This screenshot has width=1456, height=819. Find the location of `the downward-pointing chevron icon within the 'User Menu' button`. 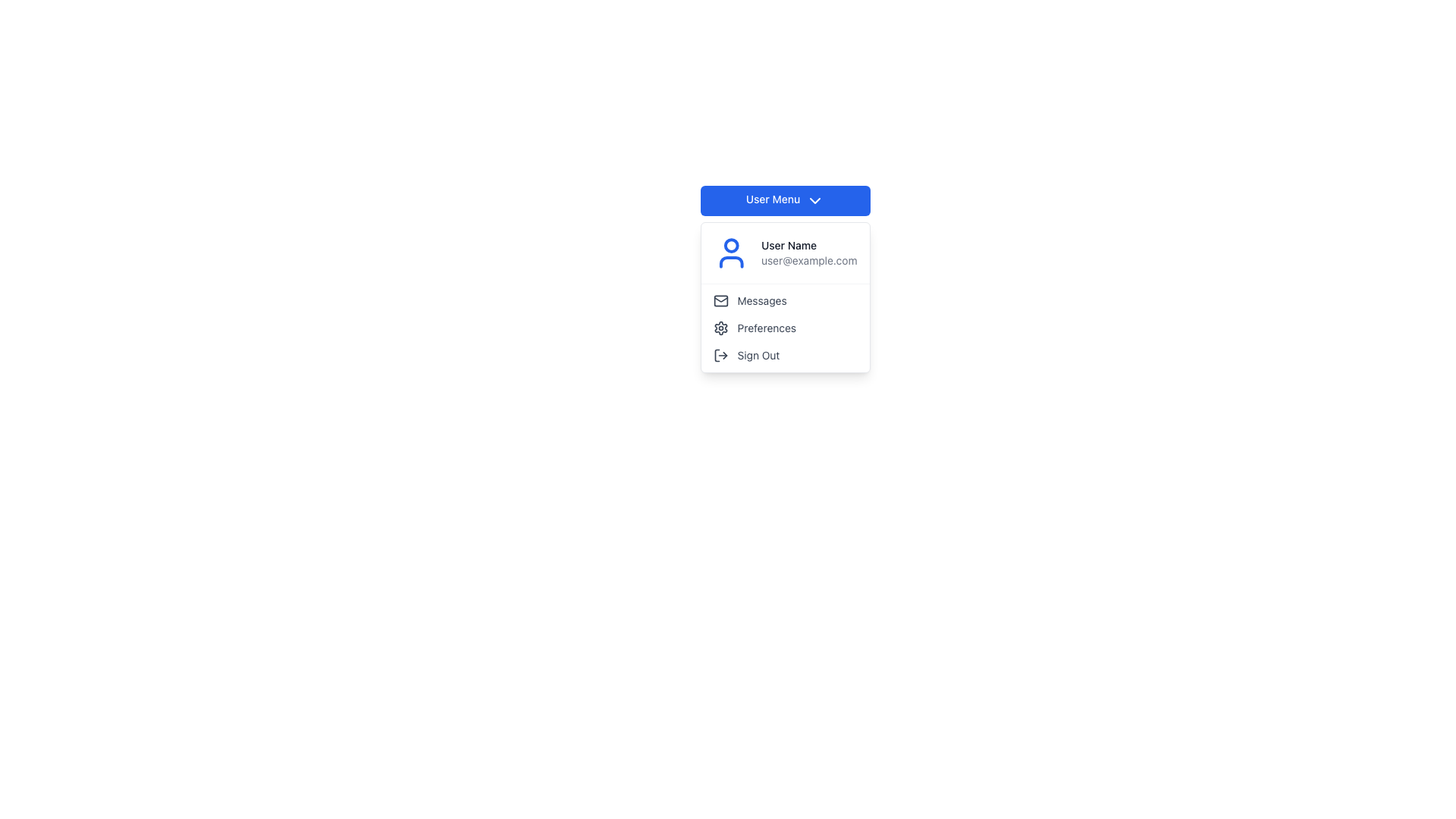

the downward-pointing chevron icon within the 'User Menu' button is located at coordinates (814, 200).